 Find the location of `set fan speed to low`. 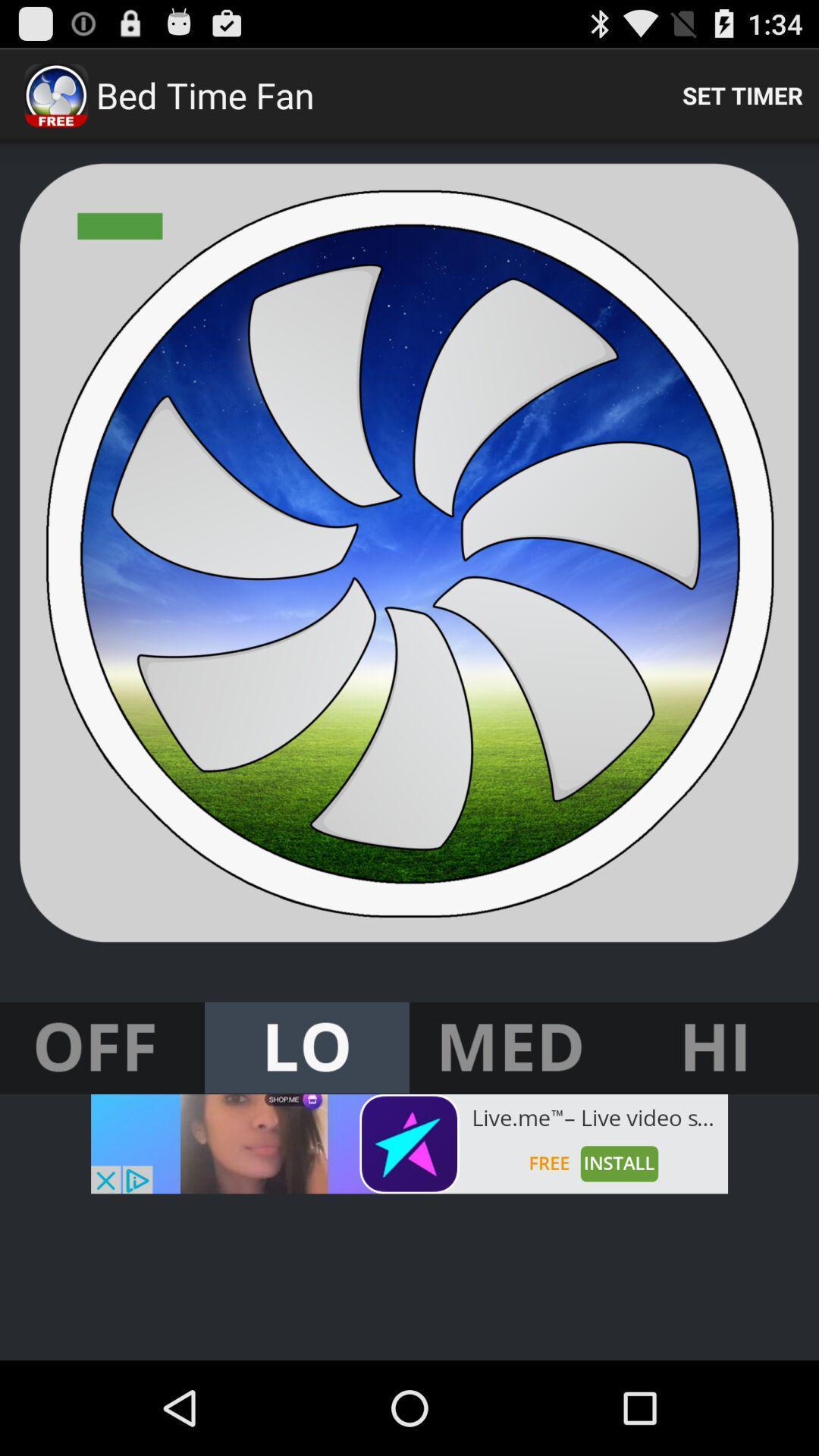

set fan speed to low is located at coordinates (307, 1047).